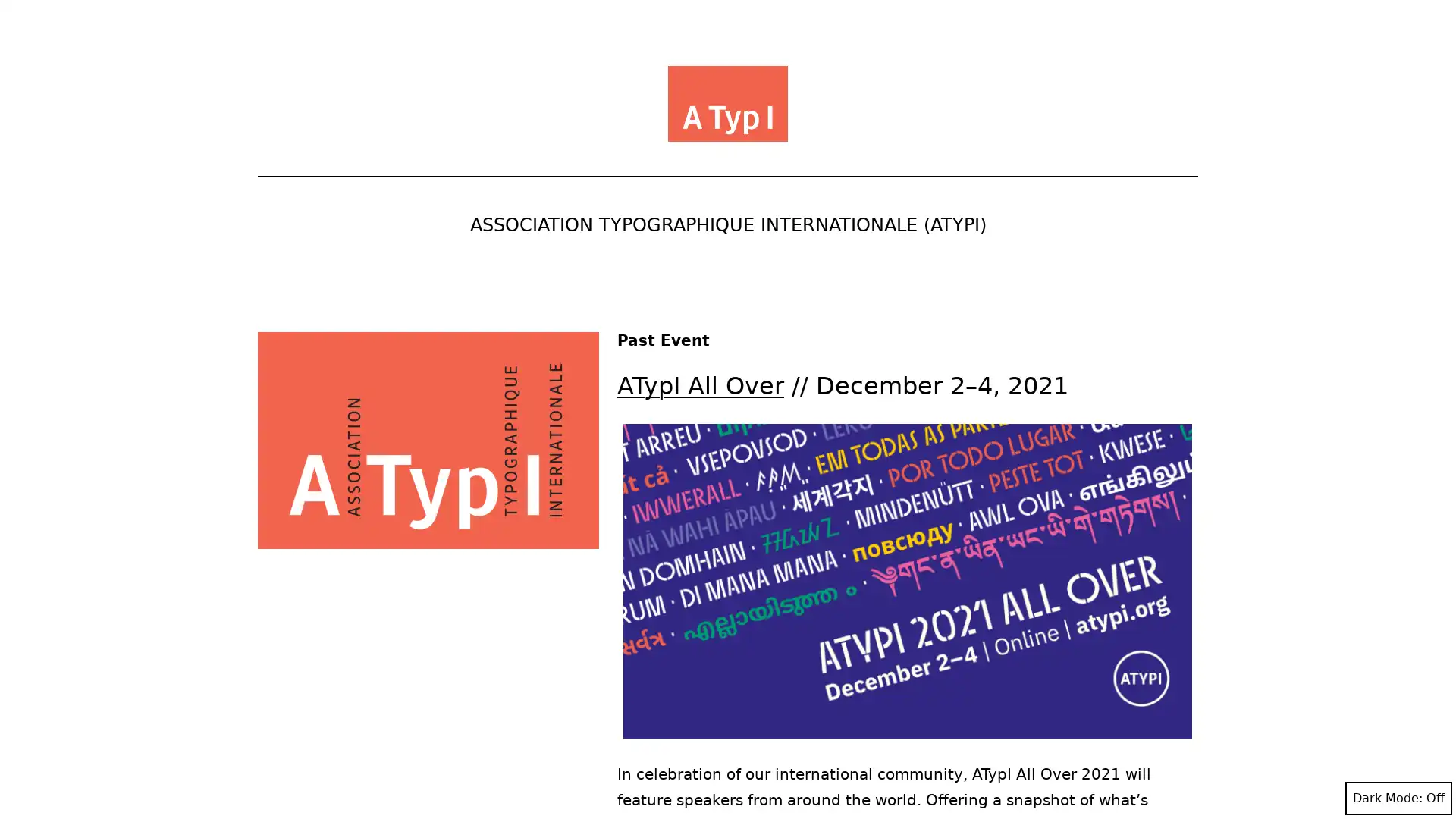 The width and height of the screenshot is (1456, 819). Describe the element at coordinates (1398, 798) in the screenshot. I see `Dark Mode:` at that location.